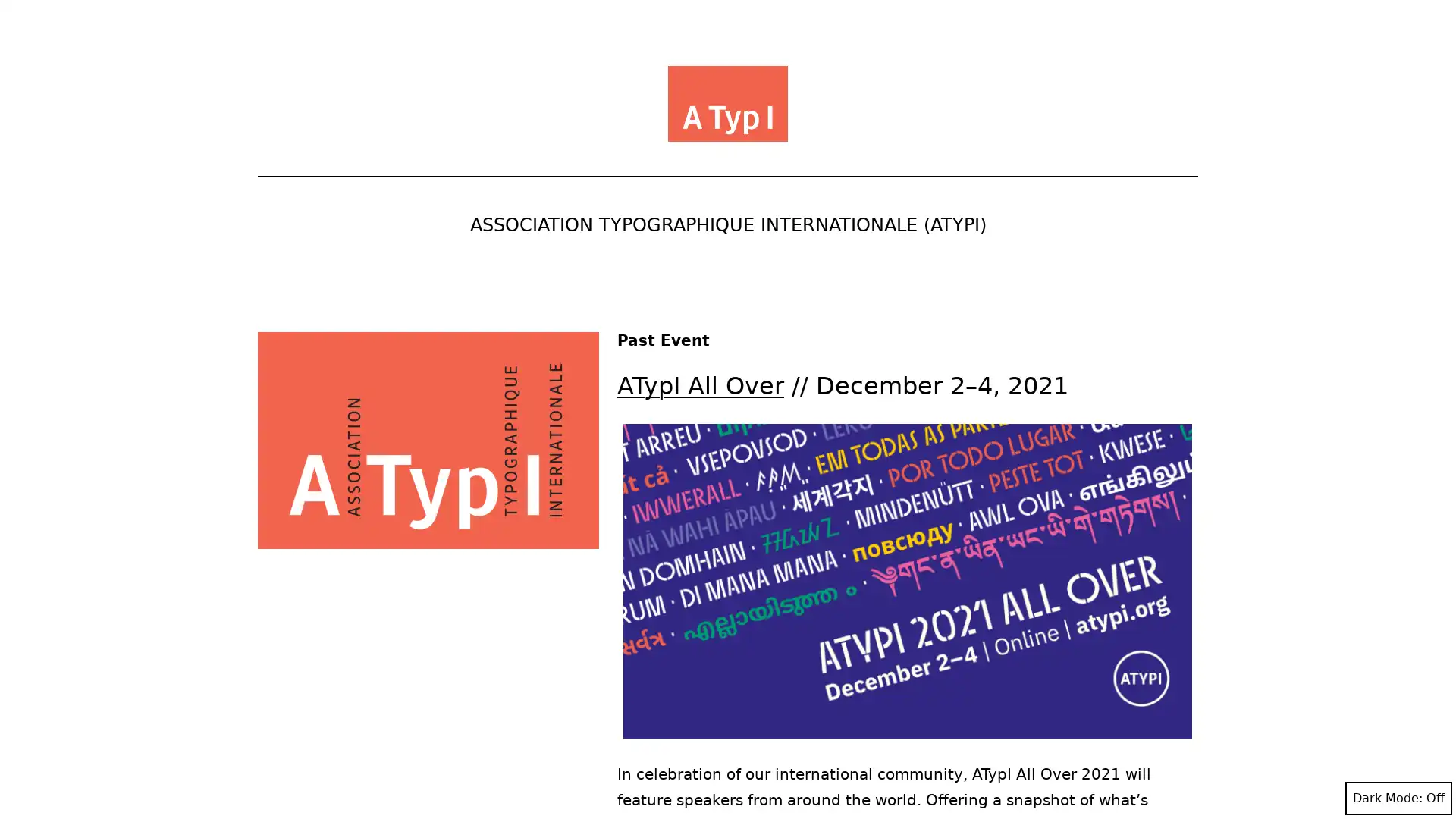 The width and height of the screenshot is (1456, 819). Describe the element at coordinates (1398, 798) in the screenshot. I see `Dark Mode:` at that location.